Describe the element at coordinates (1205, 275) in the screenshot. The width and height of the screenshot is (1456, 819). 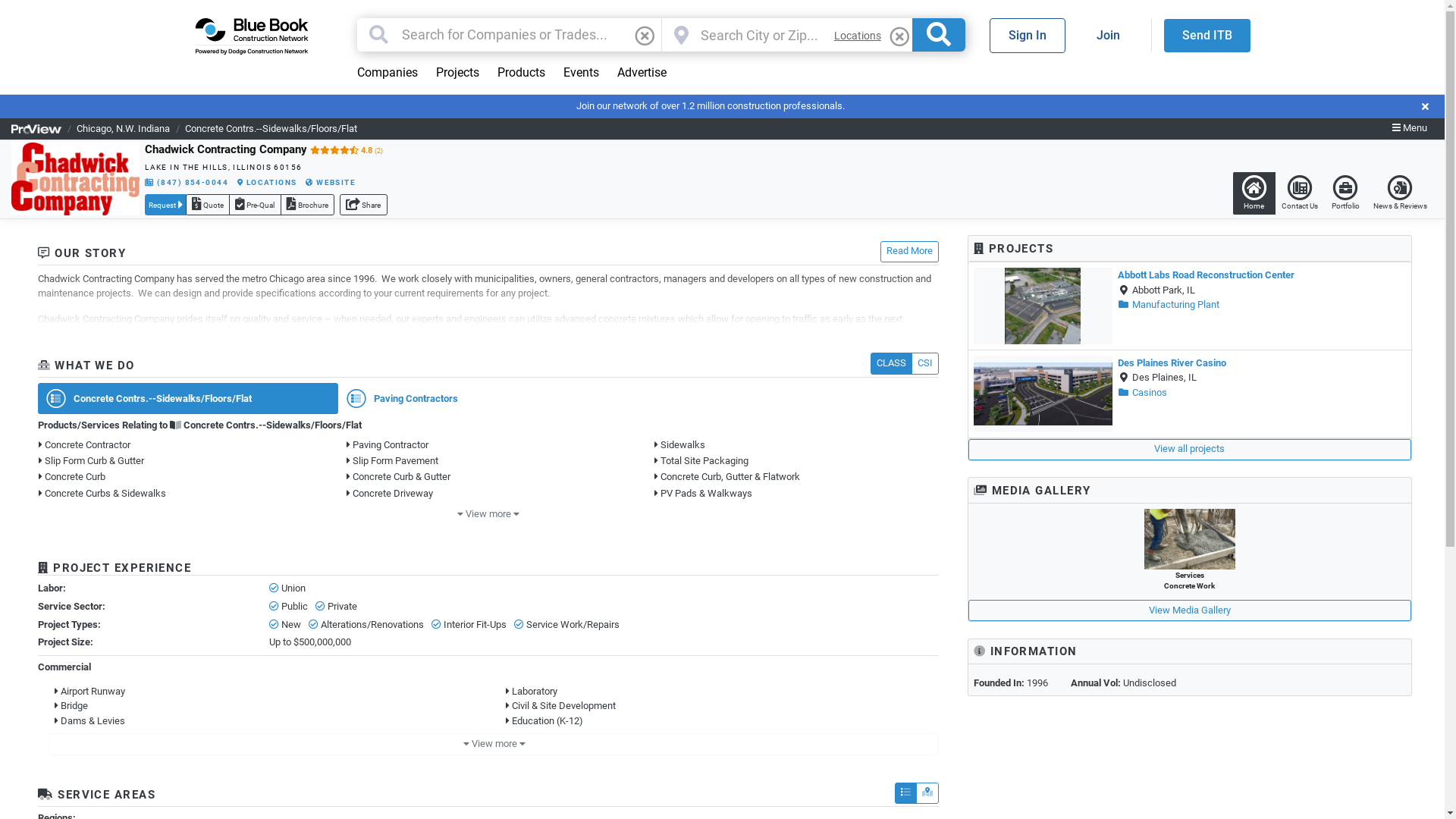
I see `'Abbott Labs Road Reconstruction Center'` at that location.